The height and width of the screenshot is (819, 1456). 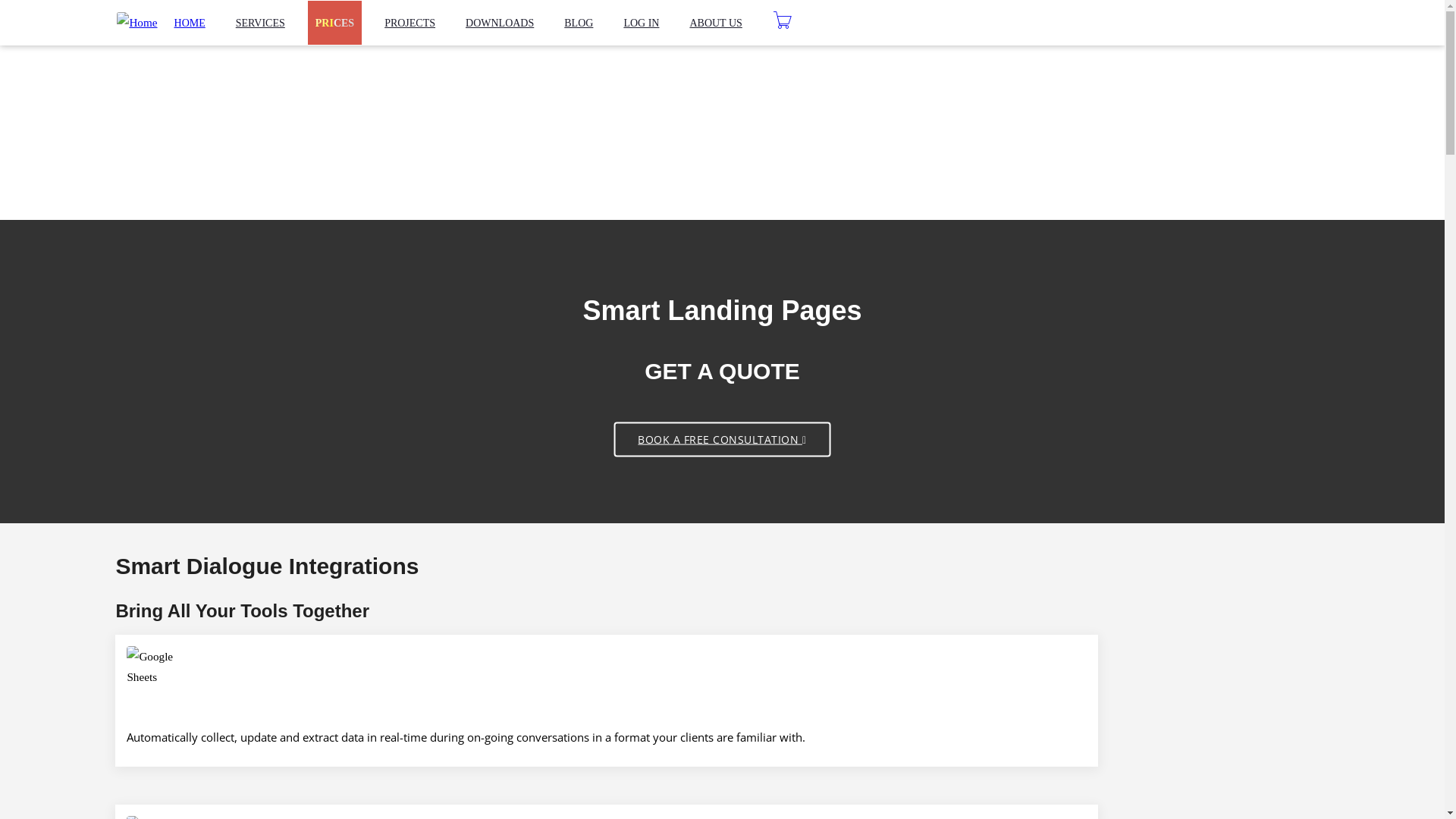 What do you see at coordinates (189, 23) in the screenshot?
I see `'HOME'` at bounding box center [189, 23].